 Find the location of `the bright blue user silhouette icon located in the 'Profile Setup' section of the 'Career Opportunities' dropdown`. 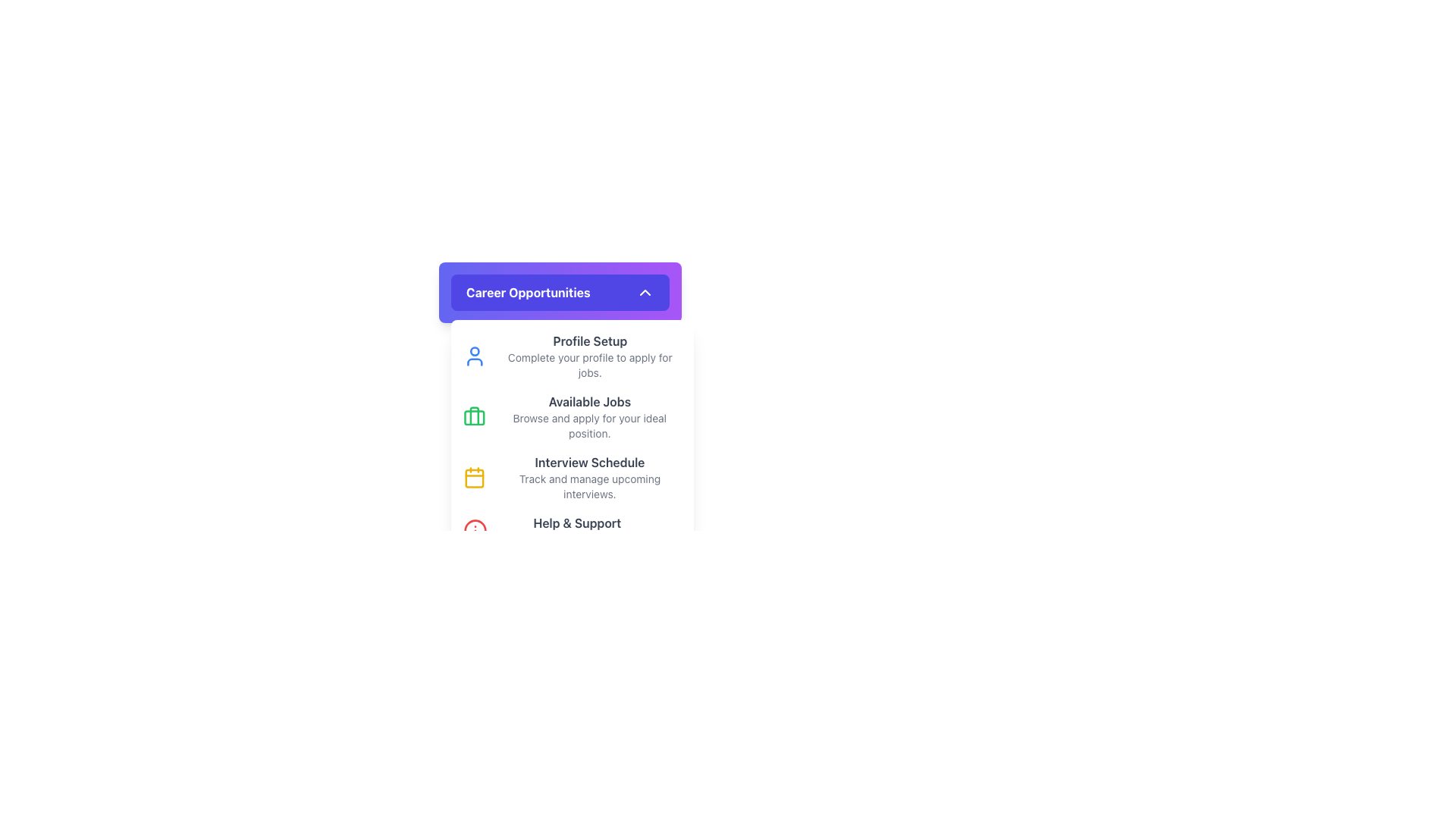

the bright blue user silhouette icon located in the 'Profile Setup' section of the 'Career Opportunities' dropdown is located at coordinates (474, 356).